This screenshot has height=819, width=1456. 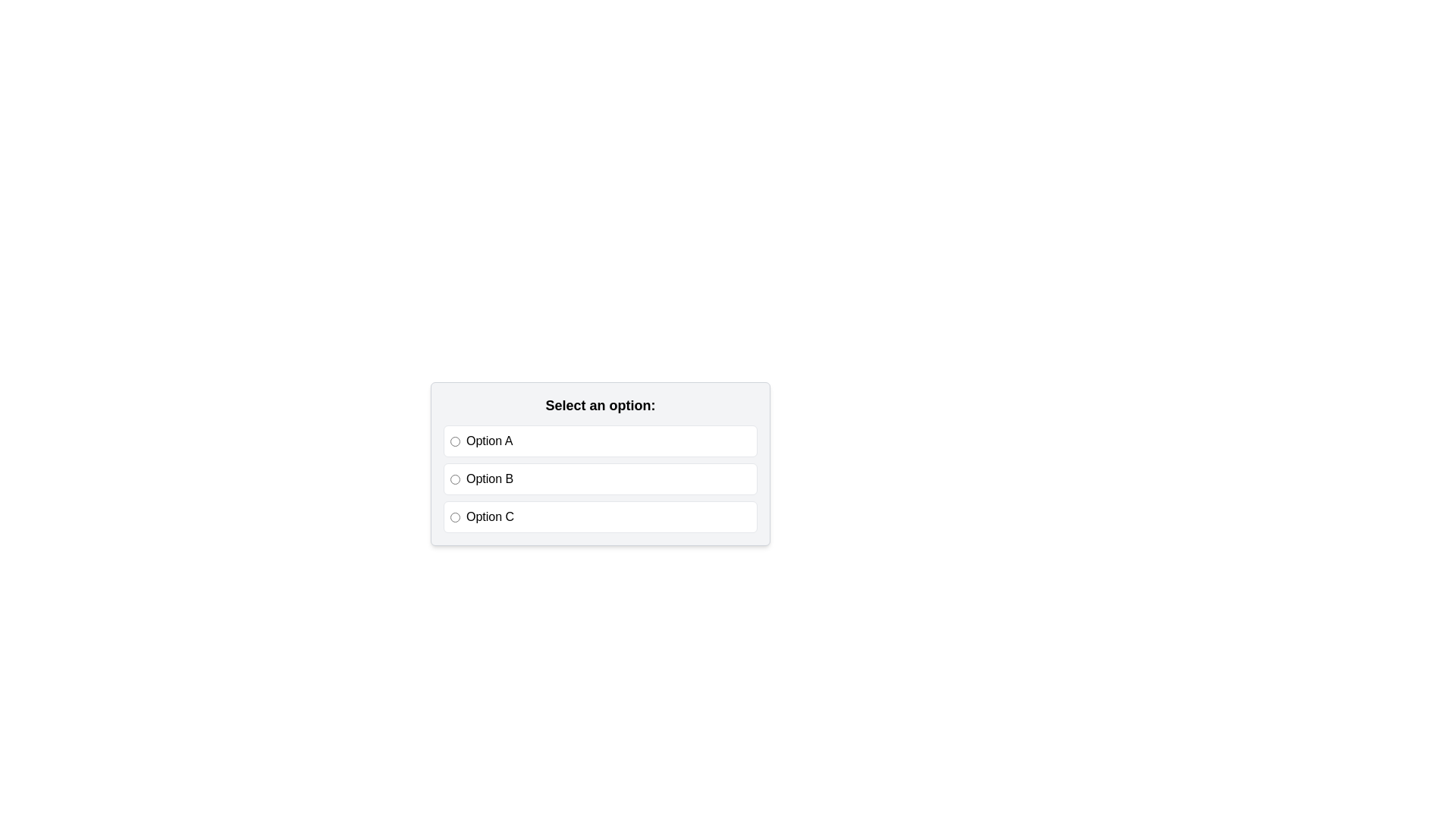 I want to click on the 'Option A' radio button, so click(x=600, y=441).